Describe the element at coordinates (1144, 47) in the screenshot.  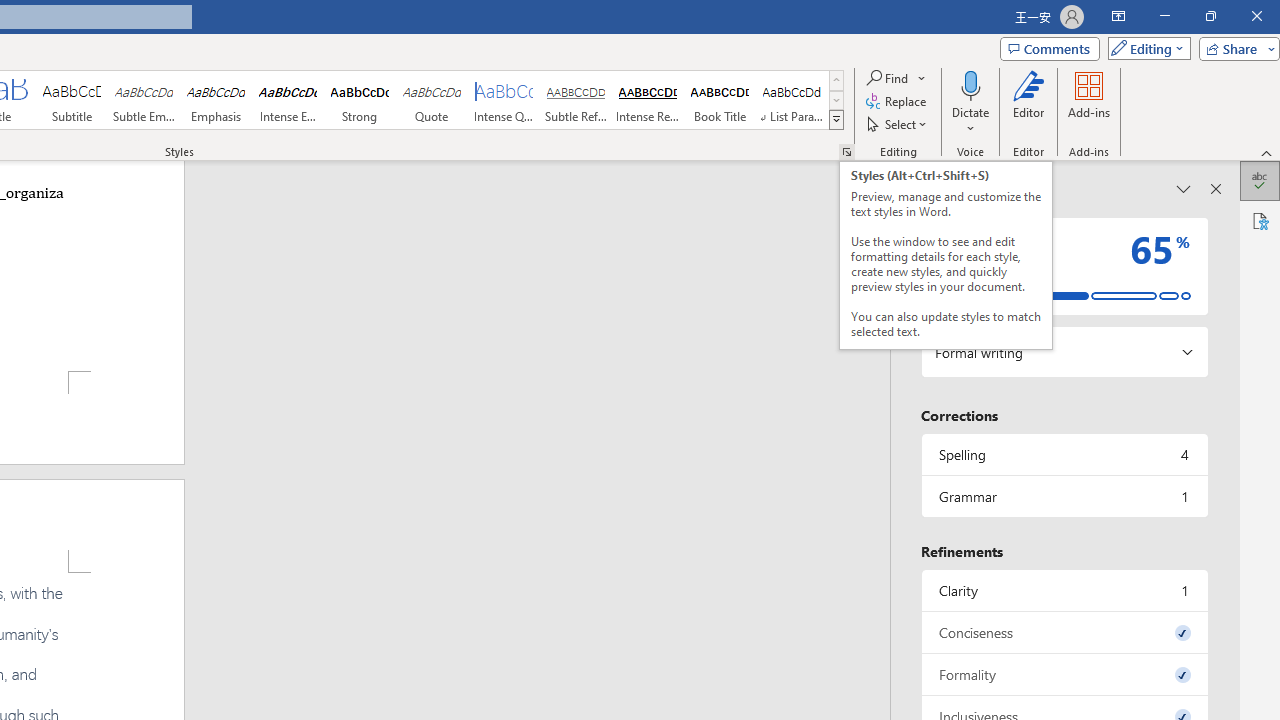
I see `'Editing'` at that location.